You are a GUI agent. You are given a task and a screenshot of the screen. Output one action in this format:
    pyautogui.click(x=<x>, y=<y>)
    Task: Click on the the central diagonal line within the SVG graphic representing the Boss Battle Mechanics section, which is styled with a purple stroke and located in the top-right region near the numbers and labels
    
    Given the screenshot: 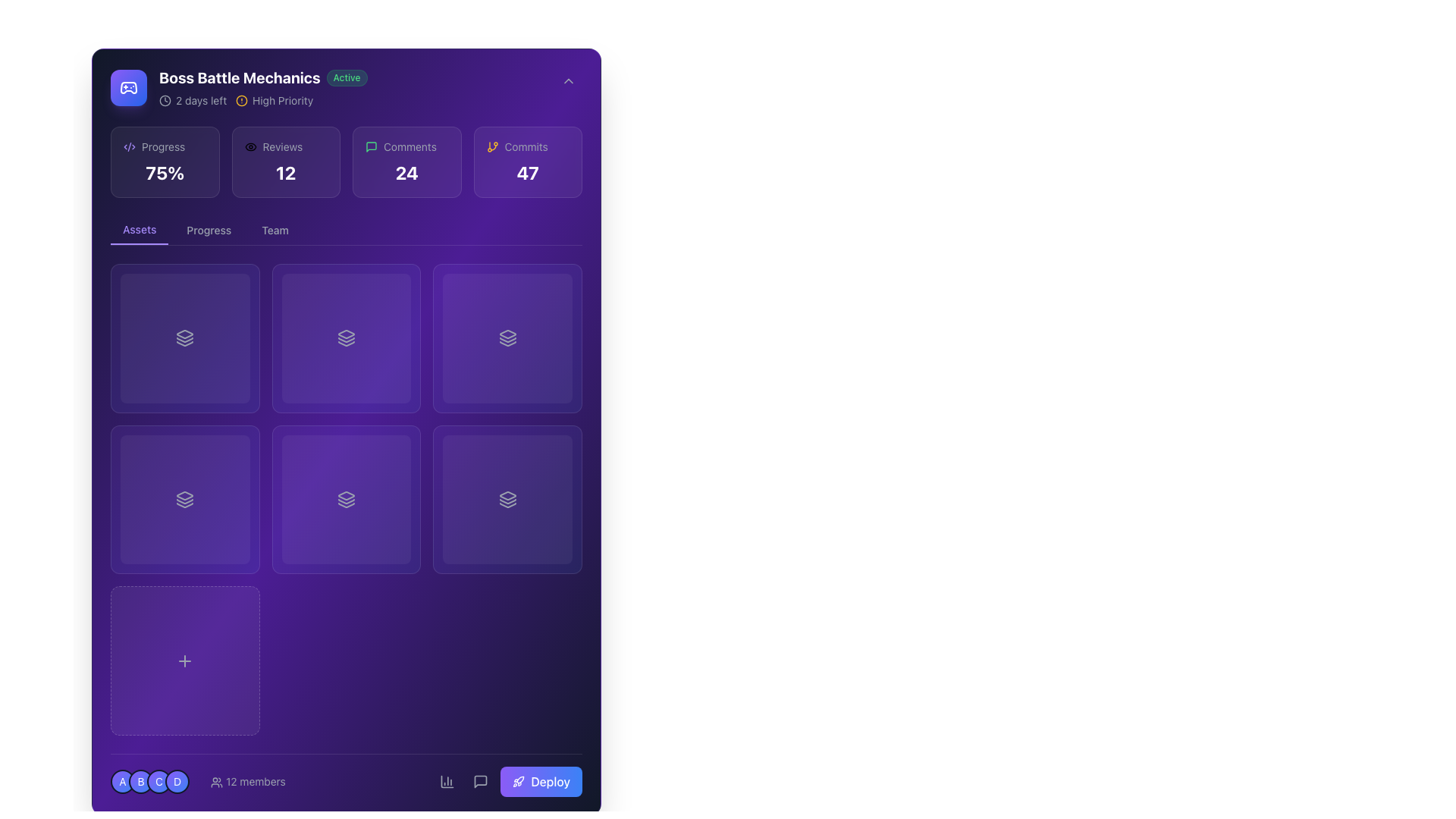 What is the action you would take?
    pyautogui.click(x=130, y=146)
    